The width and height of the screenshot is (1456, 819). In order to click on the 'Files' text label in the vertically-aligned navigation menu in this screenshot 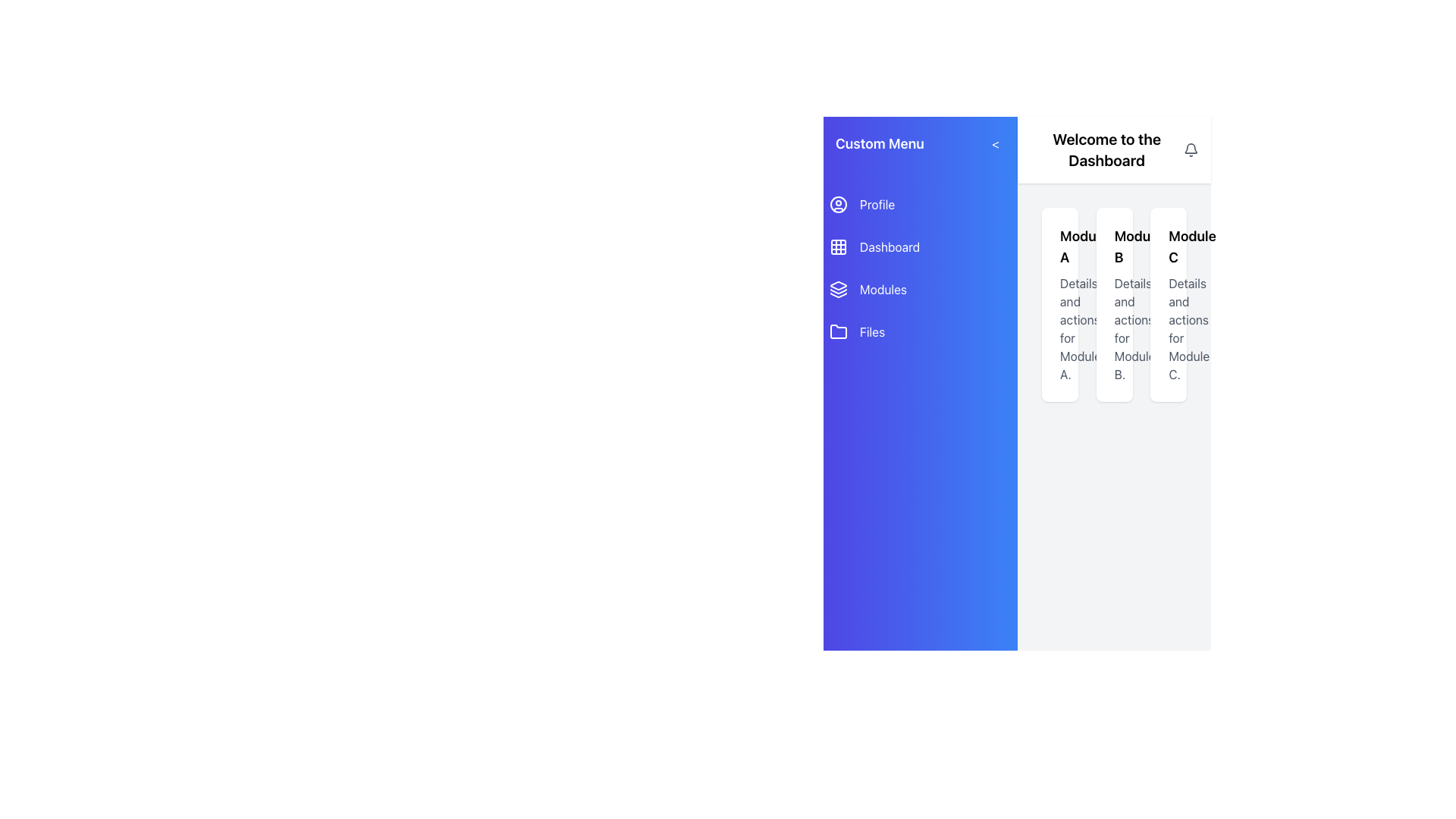, I will do `click(872, 331)`.